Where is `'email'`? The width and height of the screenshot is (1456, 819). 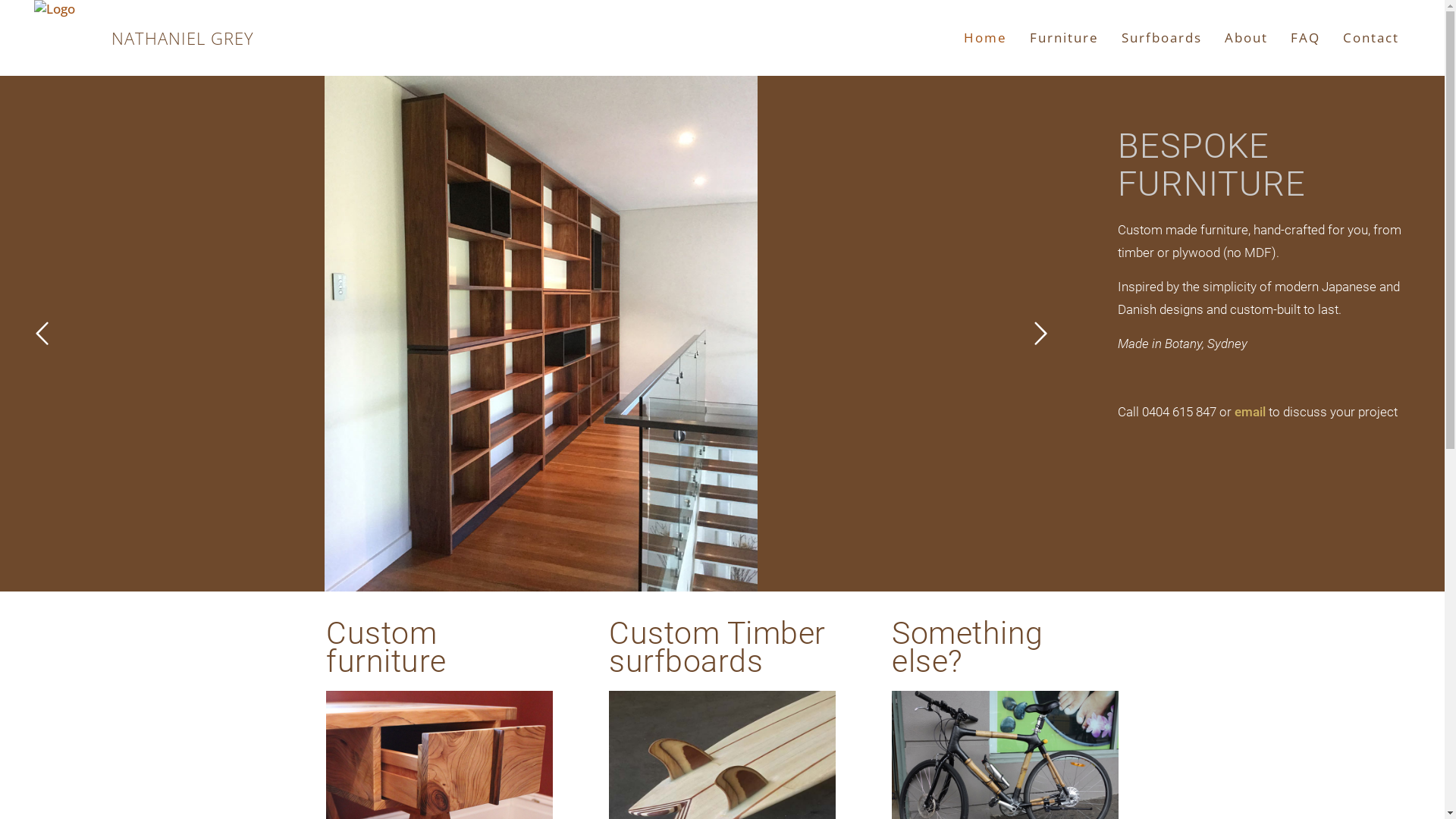
'email' is located at coordinates (1234, 412).